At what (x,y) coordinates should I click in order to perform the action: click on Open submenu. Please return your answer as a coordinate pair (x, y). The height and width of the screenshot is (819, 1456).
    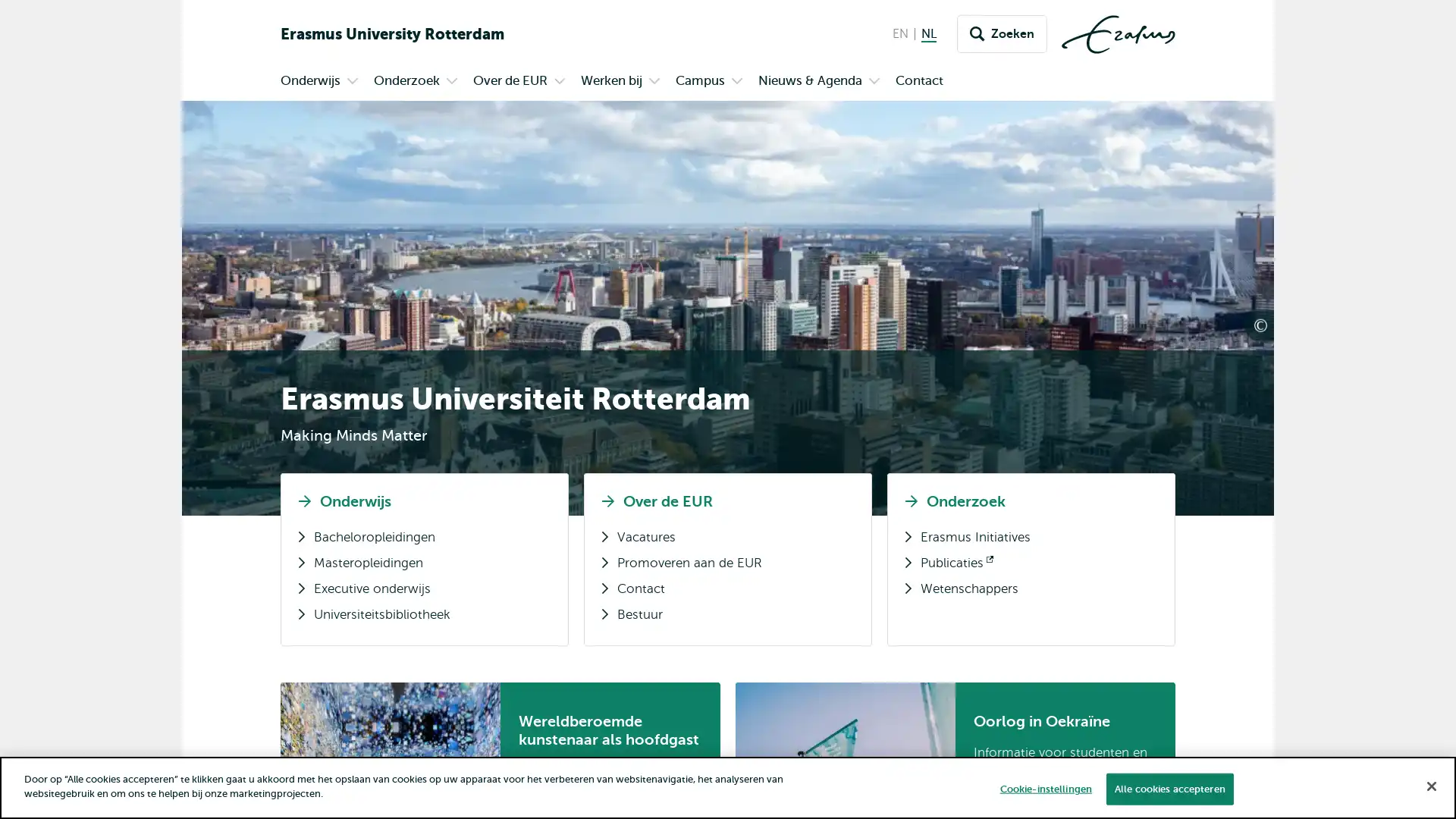
    Looking at the image, I should click on (352, 82).